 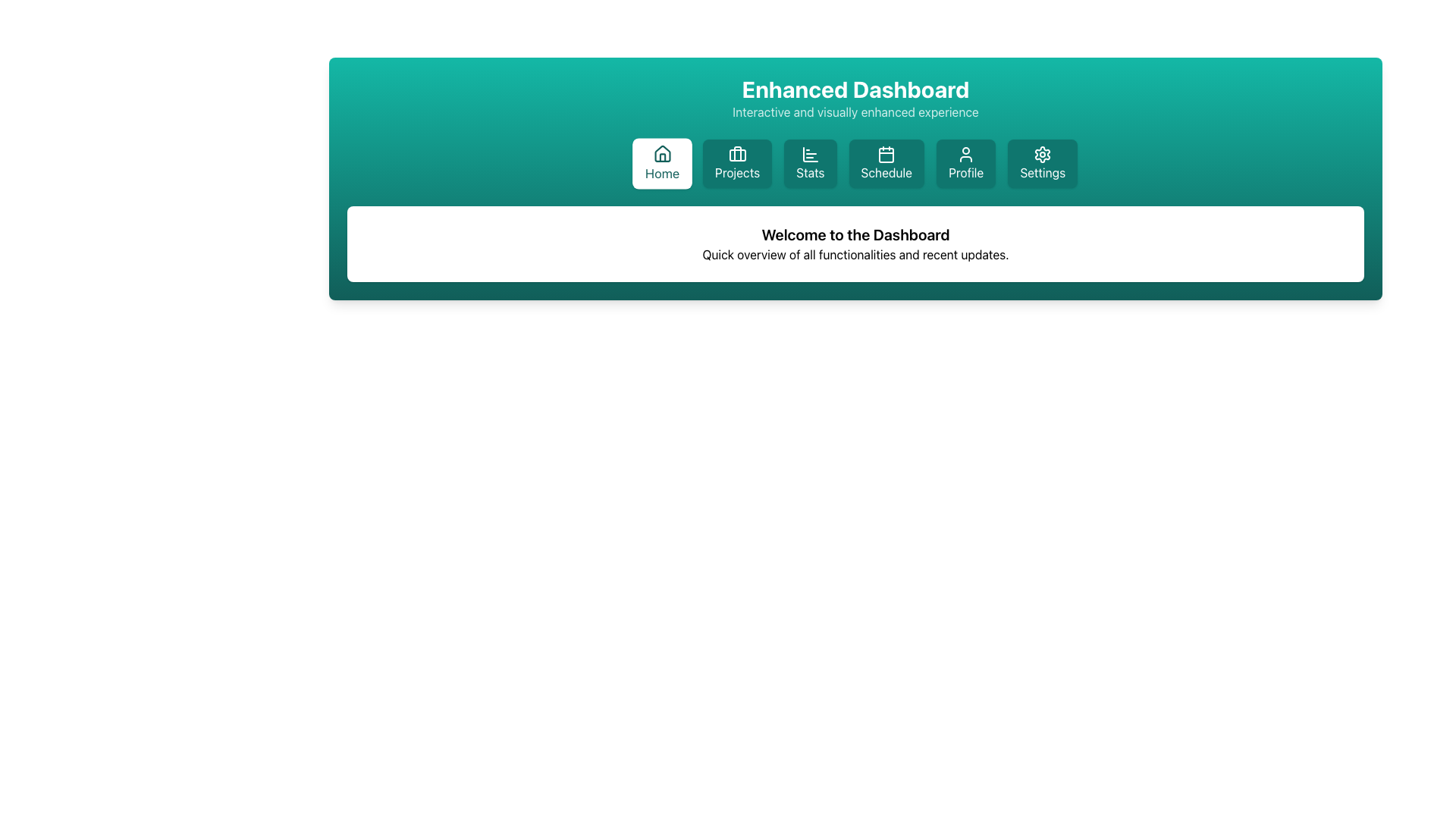 I want to click on the settings button that contains a gear-shaped icon styled with a white outline on a teal background, located at the top right of the menu bar, so click(x=1042, y=155).